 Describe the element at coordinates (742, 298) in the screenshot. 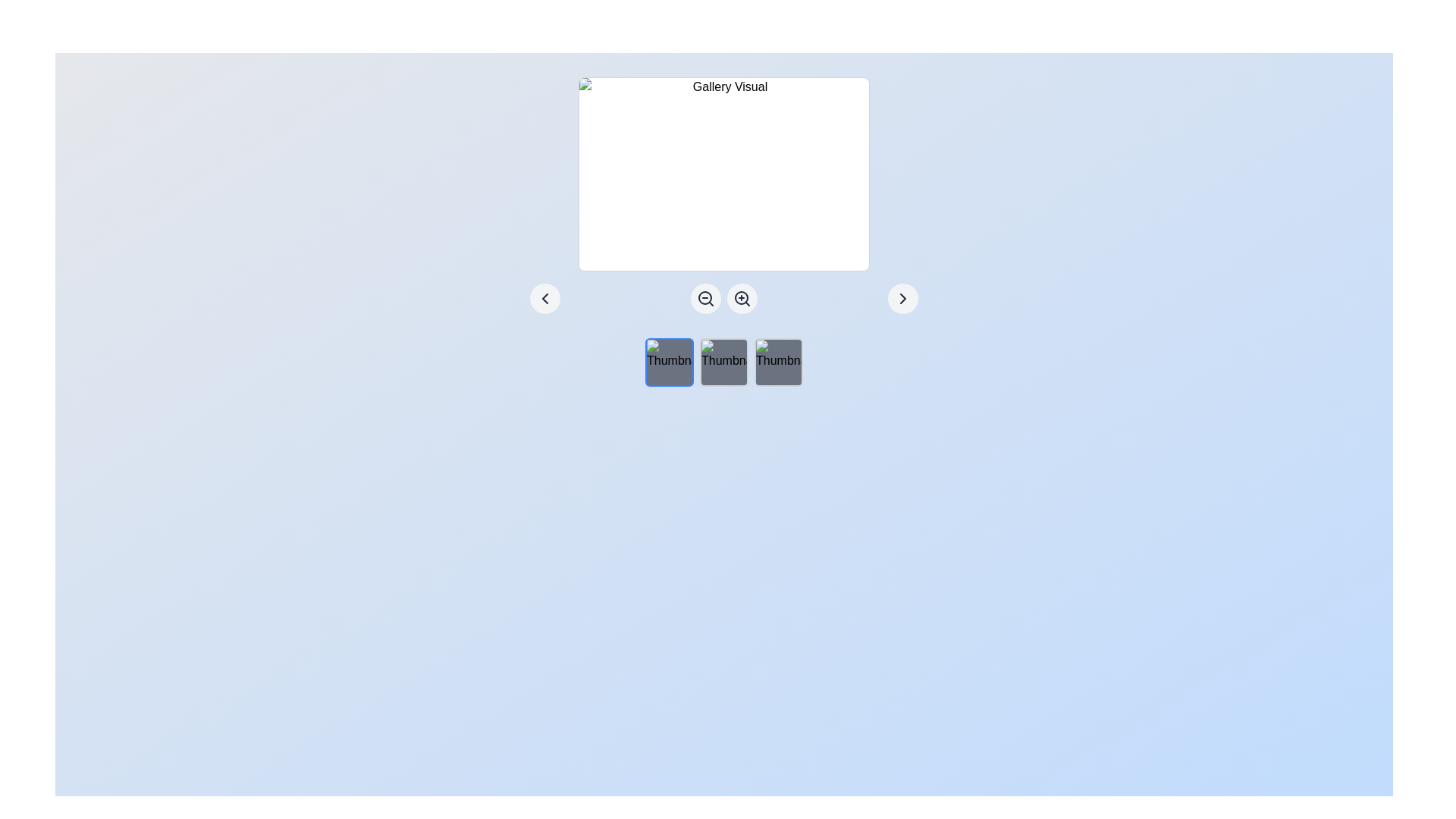

I see `the circular button with a magnifying glass icon and plus sign, located as the second button from the left below the 'Gallery Visual' area to zoom in` at that location.